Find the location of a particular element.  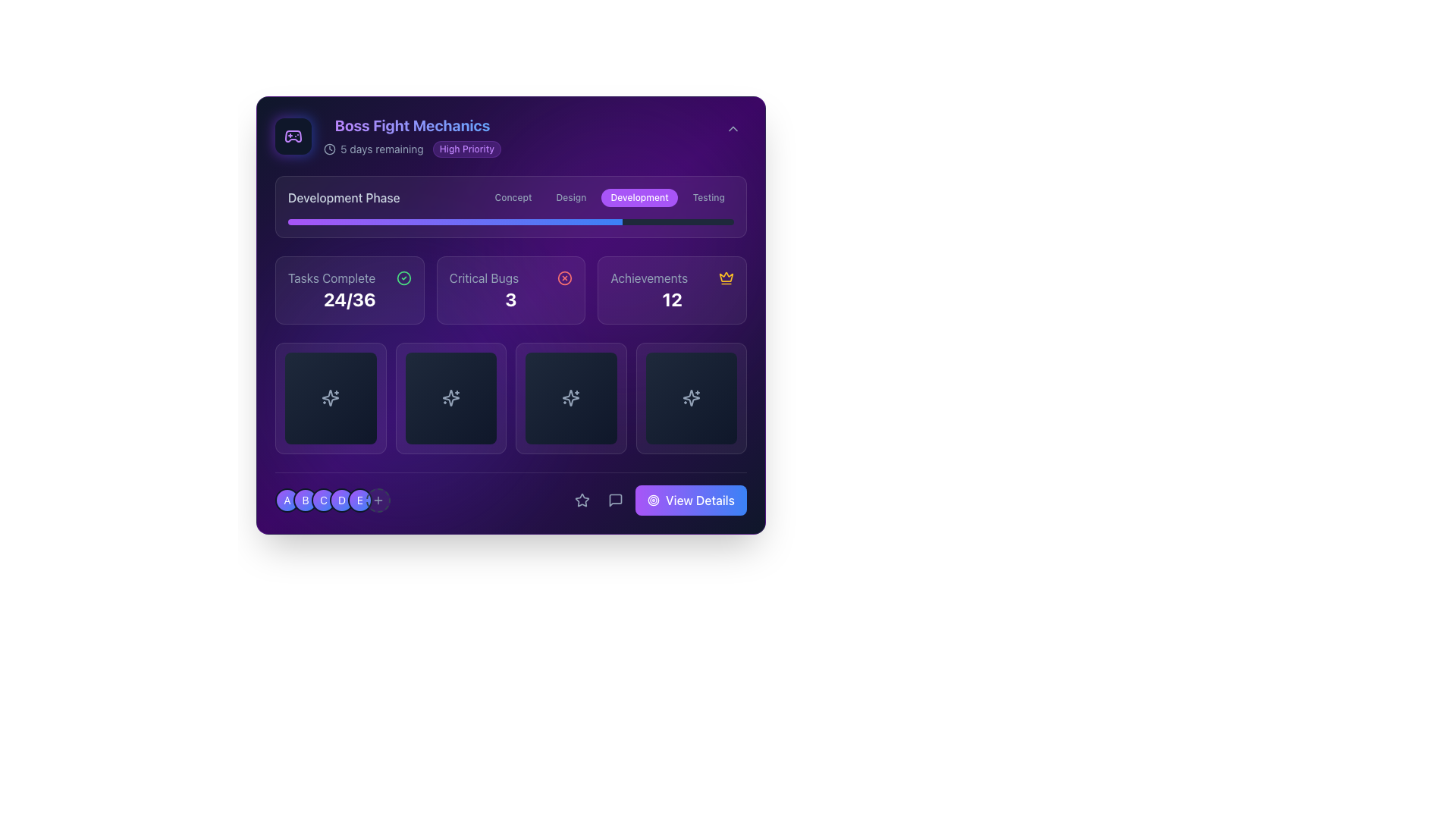

the 'Concept' phase button, which is a small, rounded label located at the top center of the interface beneath the title 'Development Phase' is located at coordinates (513, 197).